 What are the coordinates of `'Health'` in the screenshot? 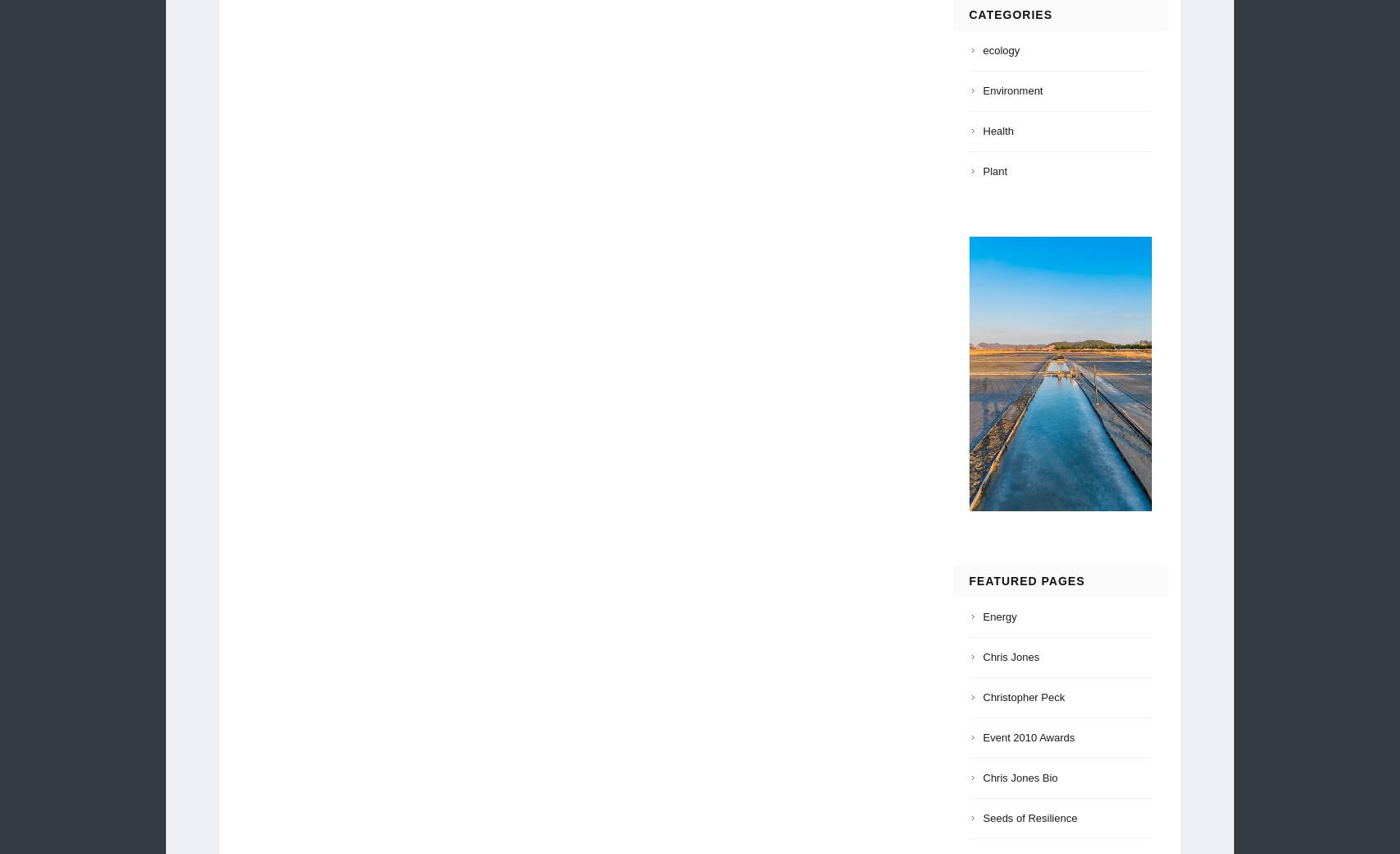 It's located at (997, 130).